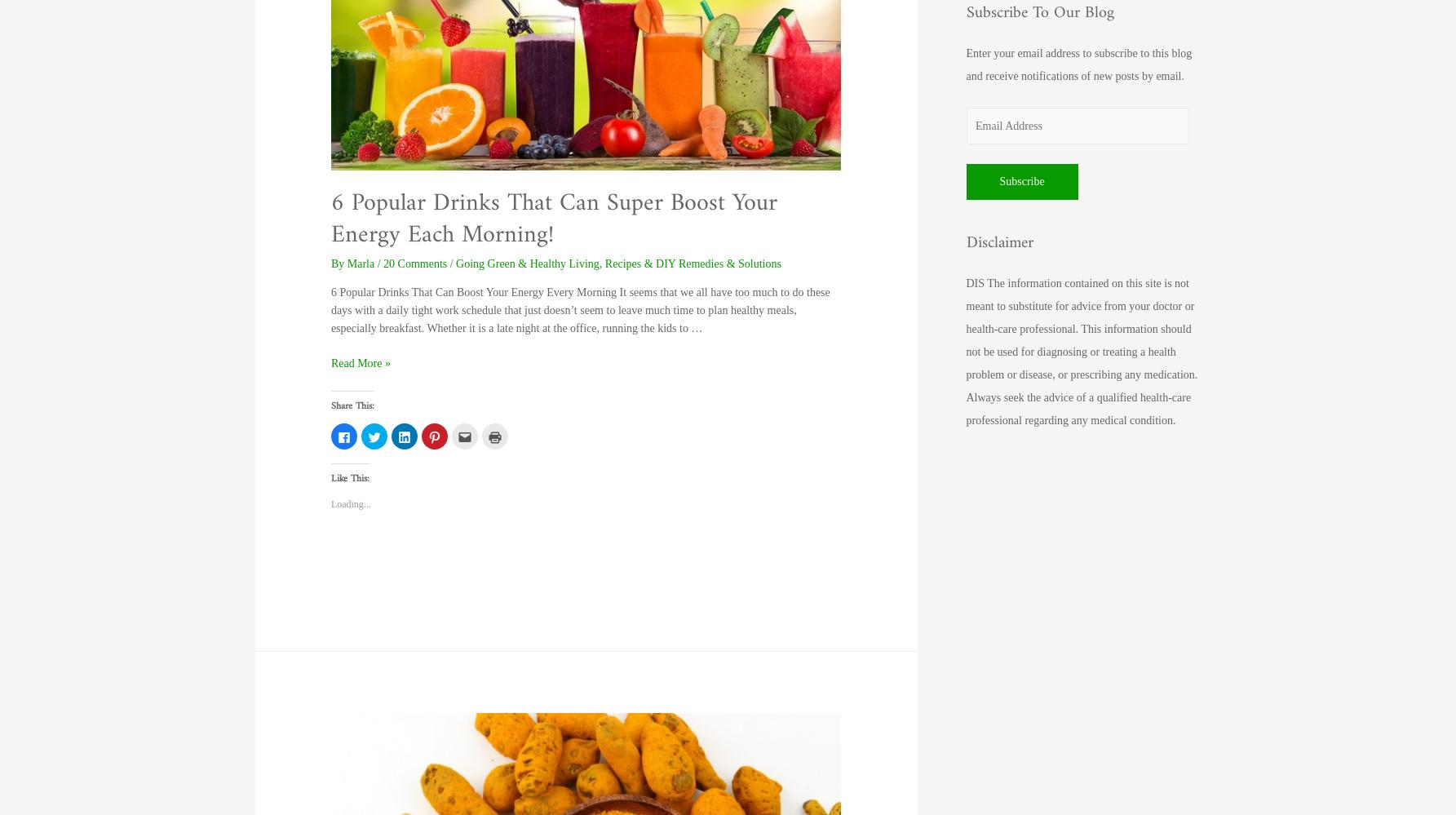 This screenshot has height=815, width=1456. I want to click on 'Subscribe', so click(998, 181).